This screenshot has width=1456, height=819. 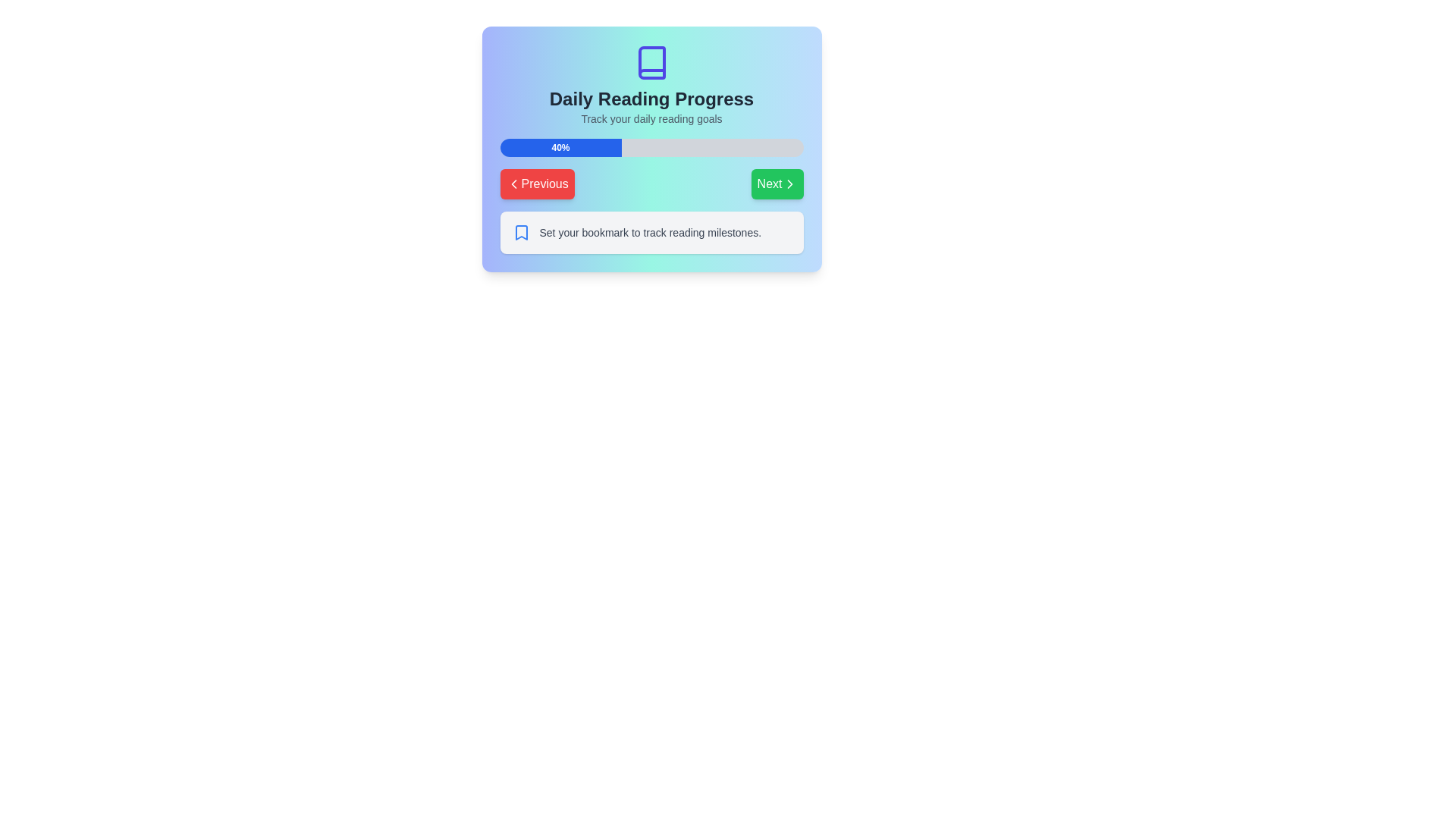 What do you see at coordinates (777, 184) in the screenshot?
I see `the green 'Next' button with a chevron icon` at bounding box center [777, 184].